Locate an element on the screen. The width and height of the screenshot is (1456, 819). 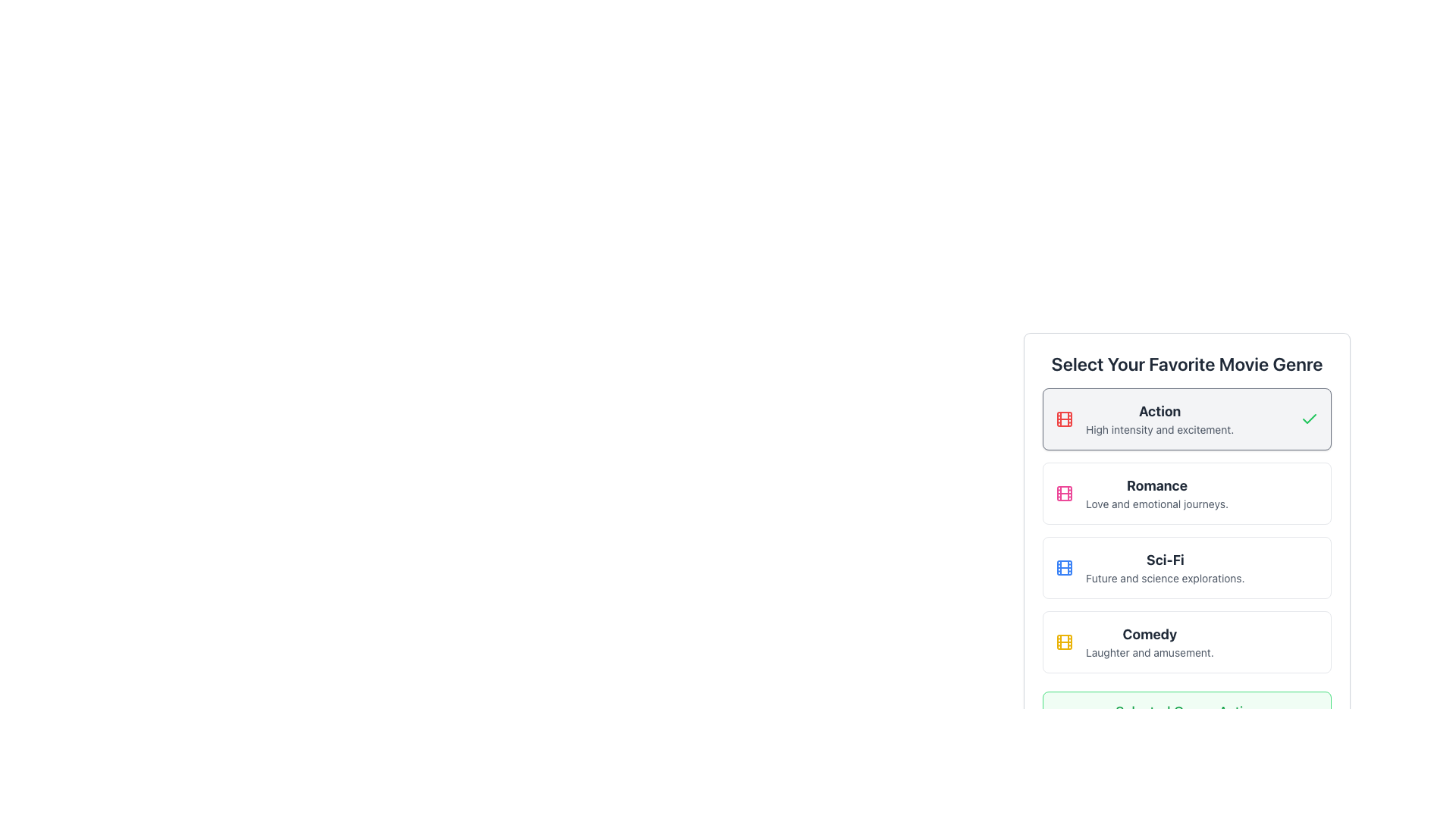
static descriptive text located directly below the 'Action' selection in the 'Select Your Favorite Movie Genre' list is located at coordinates (1159, 430).